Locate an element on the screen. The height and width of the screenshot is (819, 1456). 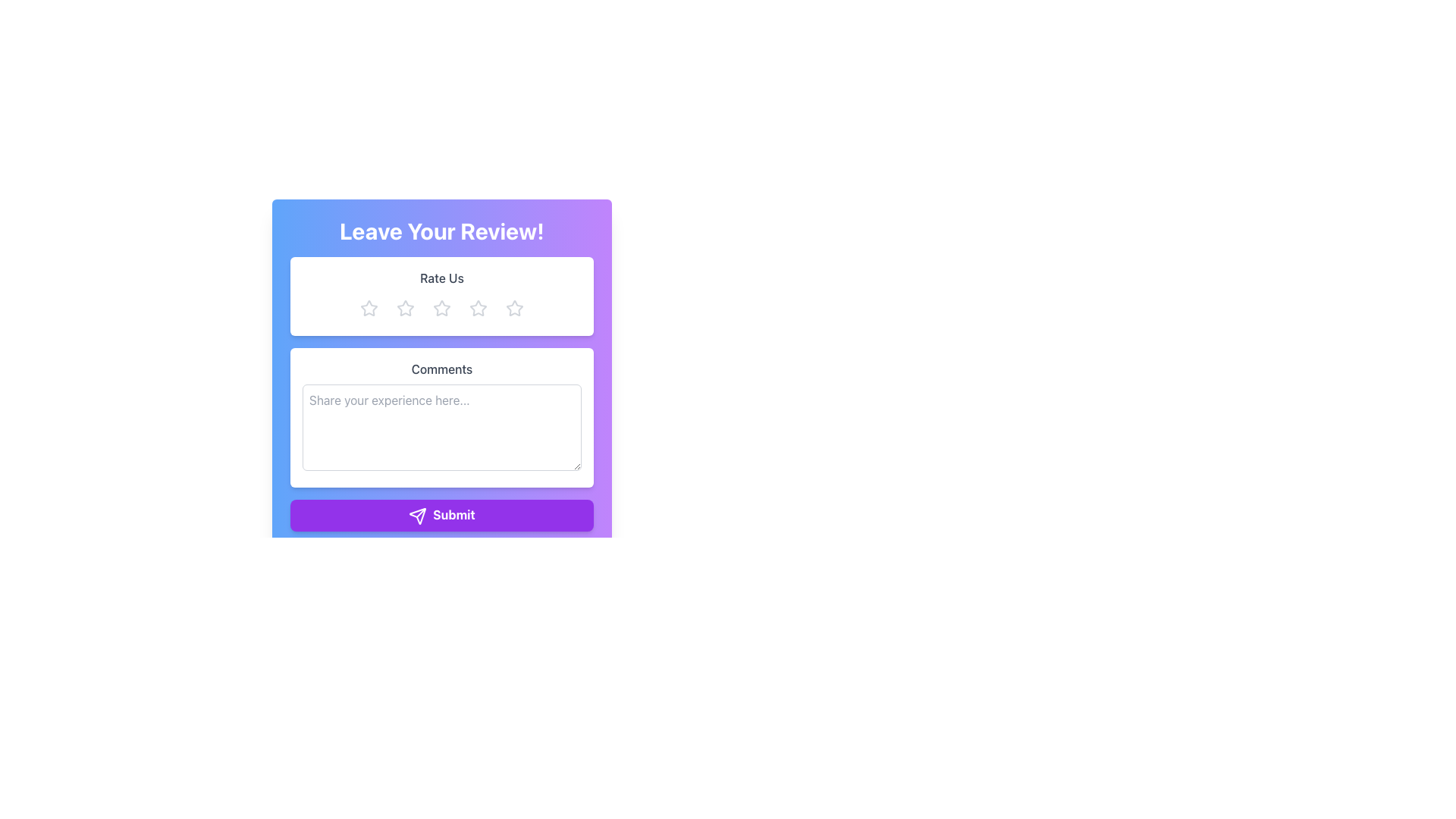
the first circular button featuring a gray star icon in the 'Rate Us' section is located at coordinates (369, 308).